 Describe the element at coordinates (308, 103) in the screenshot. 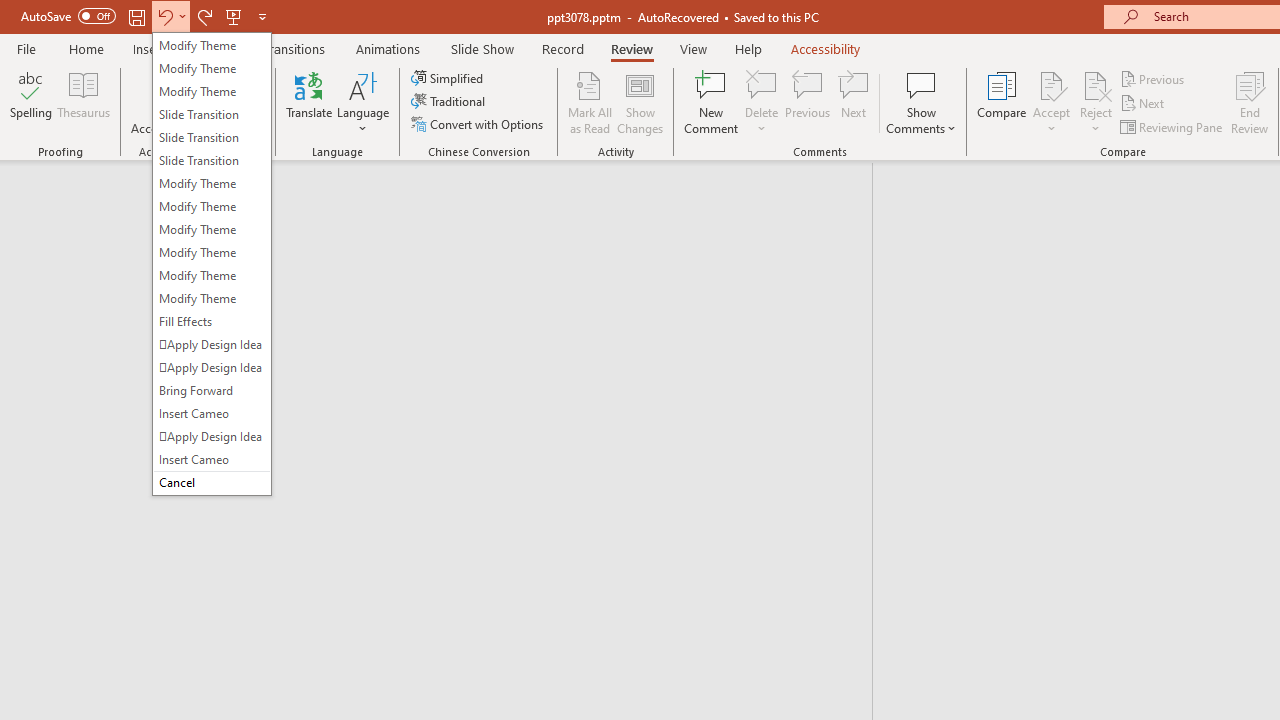

I see `'Translate'` at that location.